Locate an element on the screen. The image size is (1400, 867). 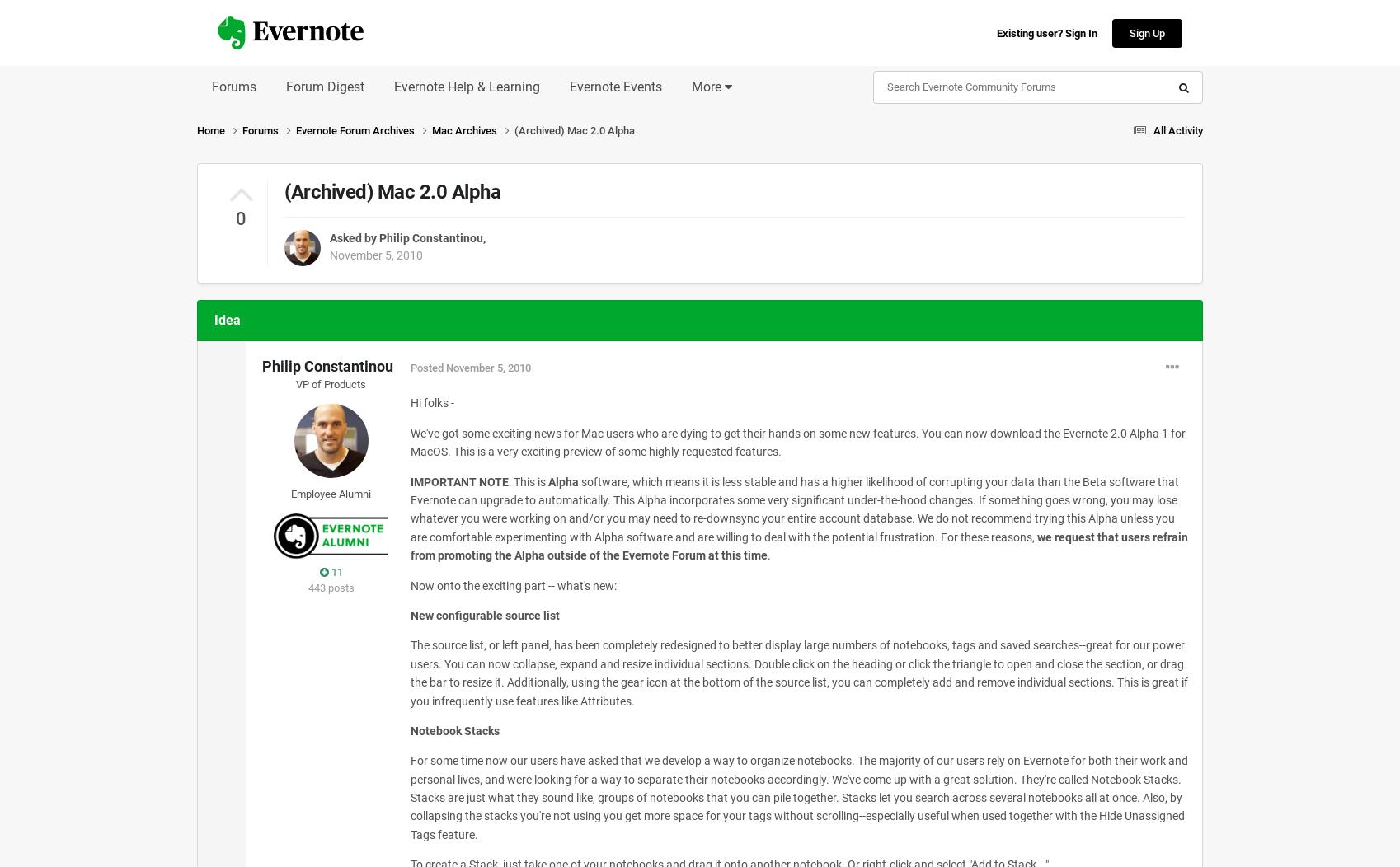
'All Activity' is located at coordinates (1178, 129).